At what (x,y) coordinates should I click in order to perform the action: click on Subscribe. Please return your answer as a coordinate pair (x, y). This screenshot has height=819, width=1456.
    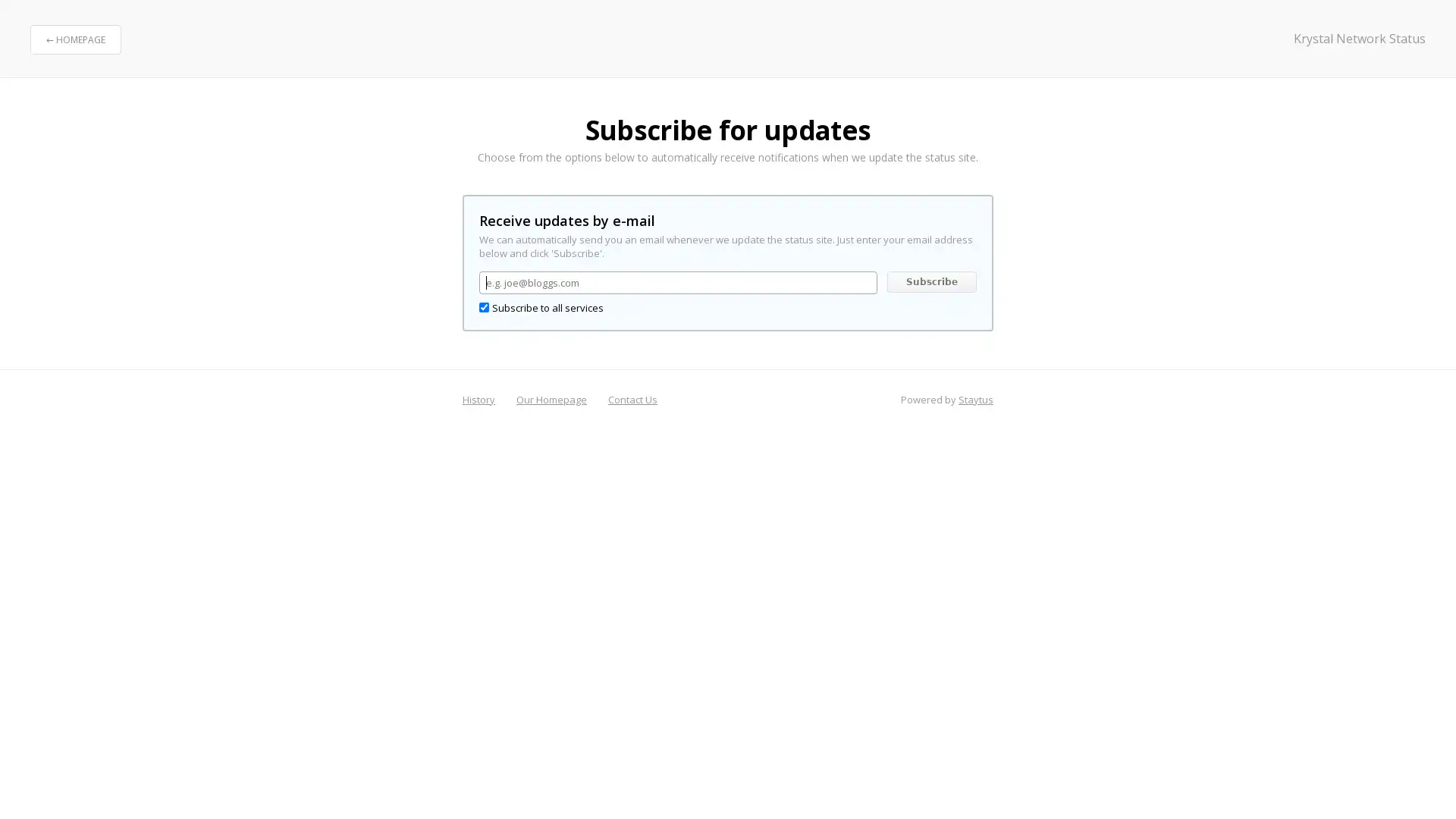
    Looking at the image, I should click on (930, 281).